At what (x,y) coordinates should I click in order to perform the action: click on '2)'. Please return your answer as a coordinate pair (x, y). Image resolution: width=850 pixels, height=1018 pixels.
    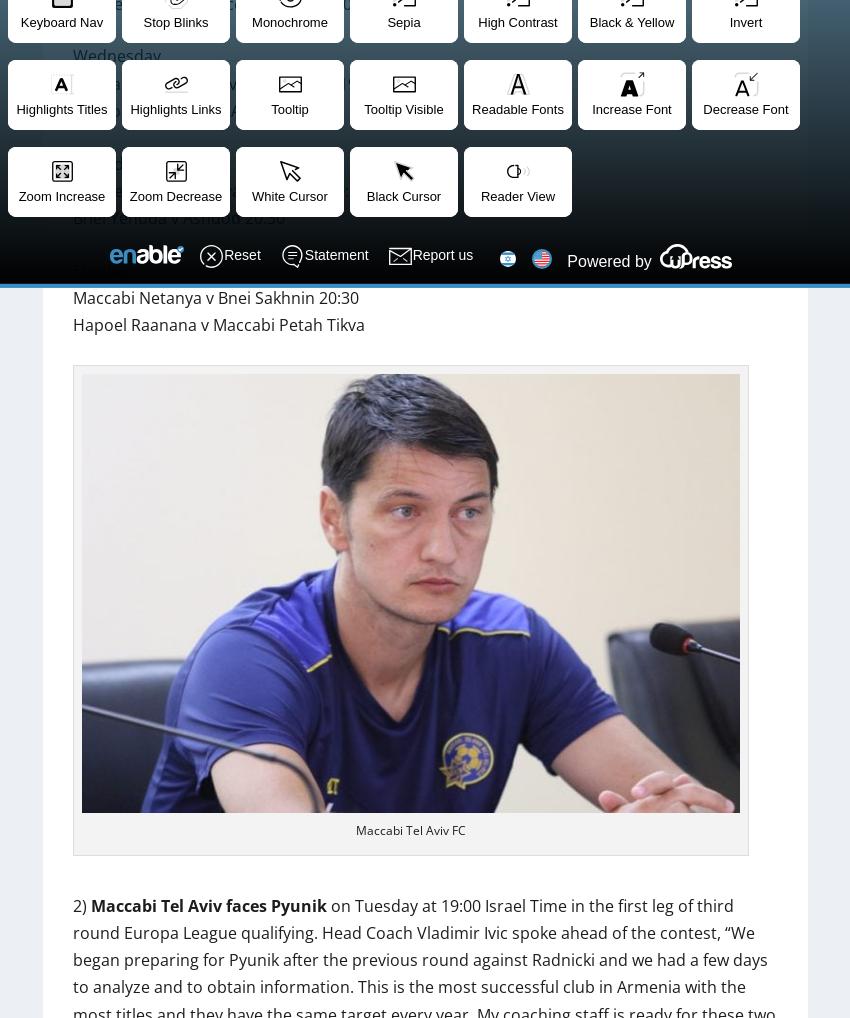
    Looking at the image, I should click on (81, 905).